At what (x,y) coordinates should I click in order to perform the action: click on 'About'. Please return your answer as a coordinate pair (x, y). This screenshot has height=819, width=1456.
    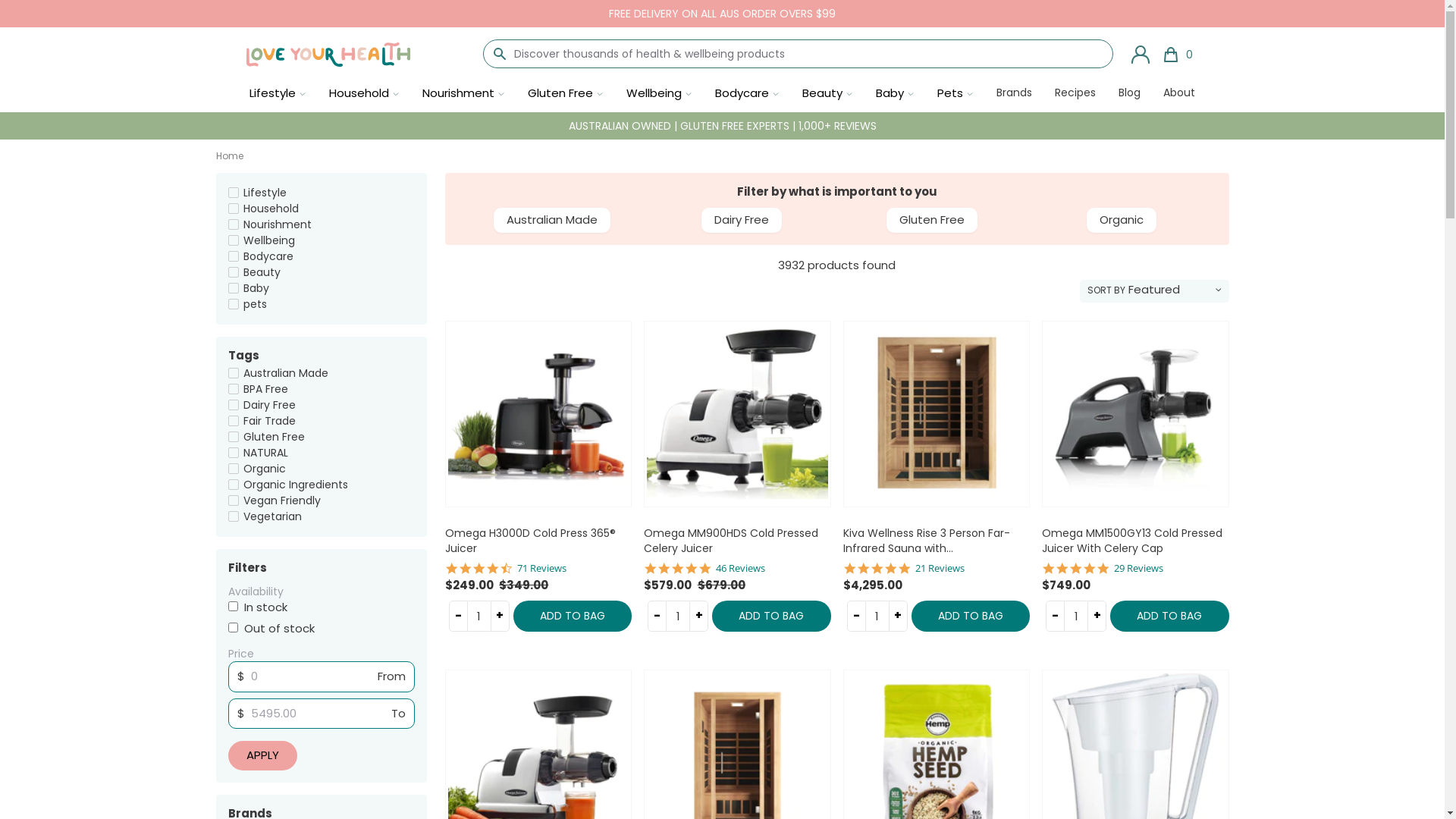
    Looking at the image, I should click on (1178, 93).